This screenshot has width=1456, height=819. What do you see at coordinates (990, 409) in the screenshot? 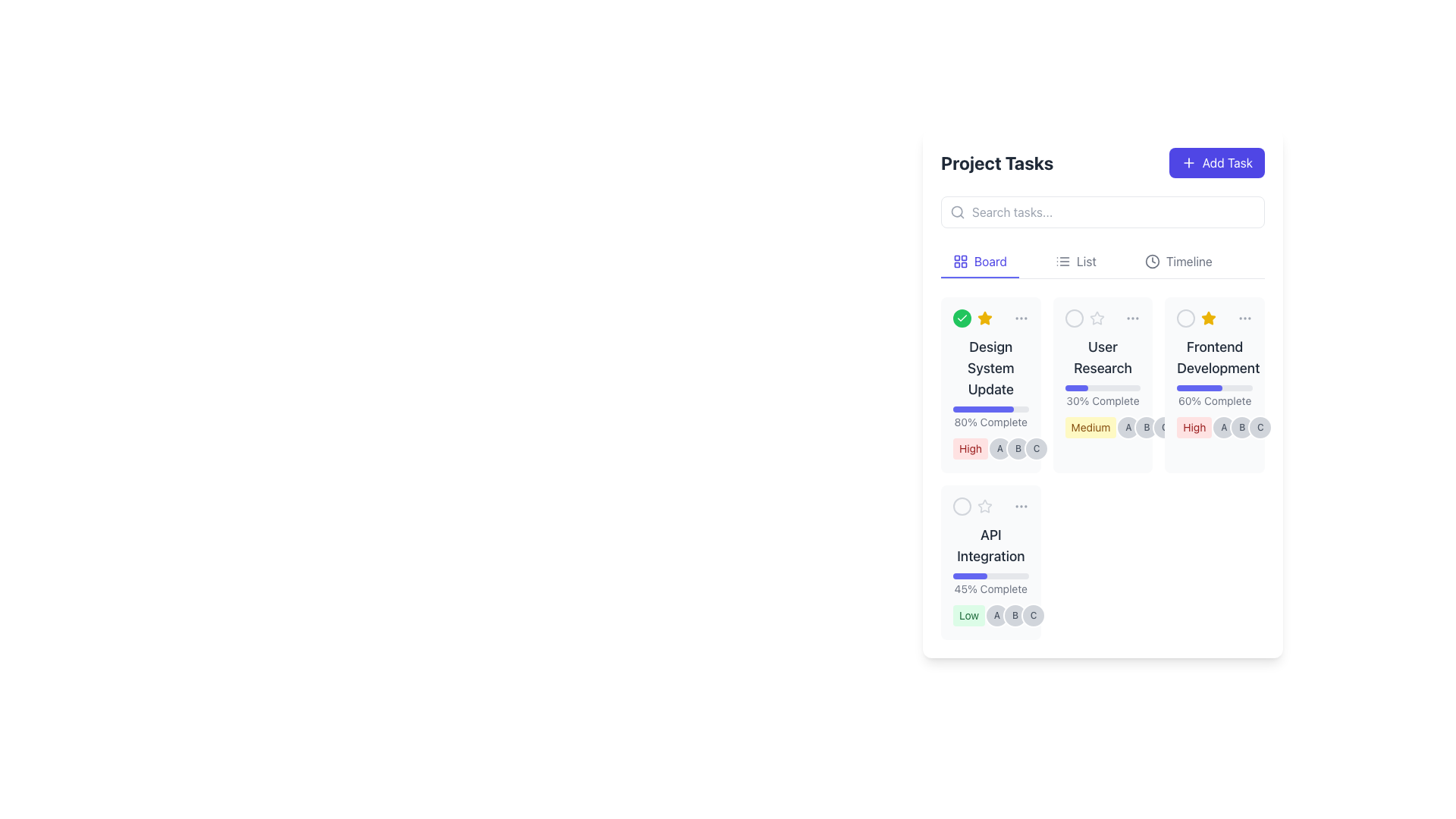
I see `the progress bar that displays the current progress of the 'Design System Update' task, which shows '80% Complete'` at bounding box center [990, 409].